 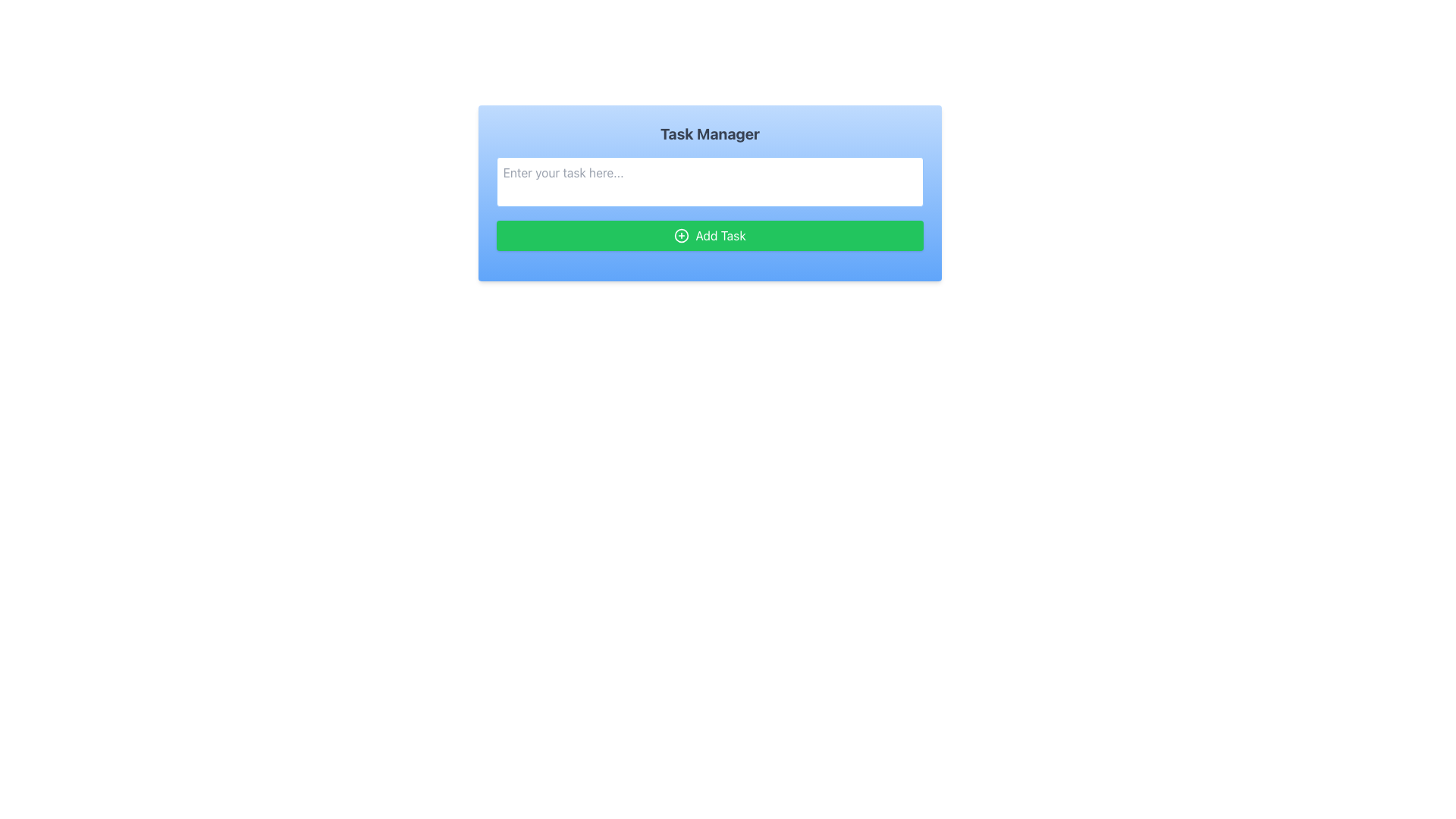 What do you see at coordinates (709, 192) in the screenshot?
I see `text within the text input area labeled 'Enter your task here...' located below the 'Task Manager' header` at bounding box center [709, 192].